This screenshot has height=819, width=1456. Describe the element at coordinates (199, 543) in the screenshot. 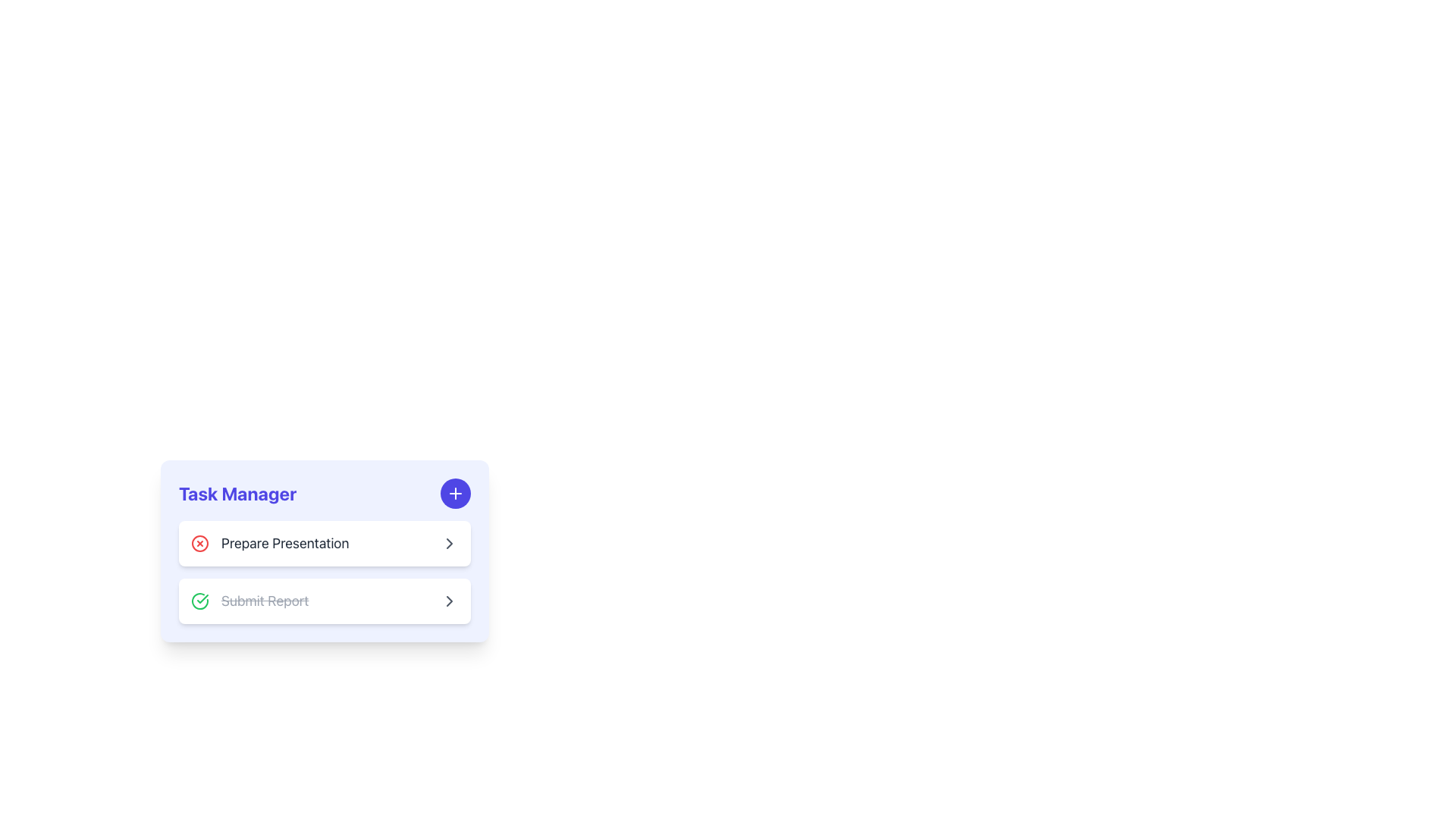

I see `the SVG Circle that indicates a canceled or invalid task, located inside the 'Prepare Presentation' task item in the 'Task Manager' section` at that location.